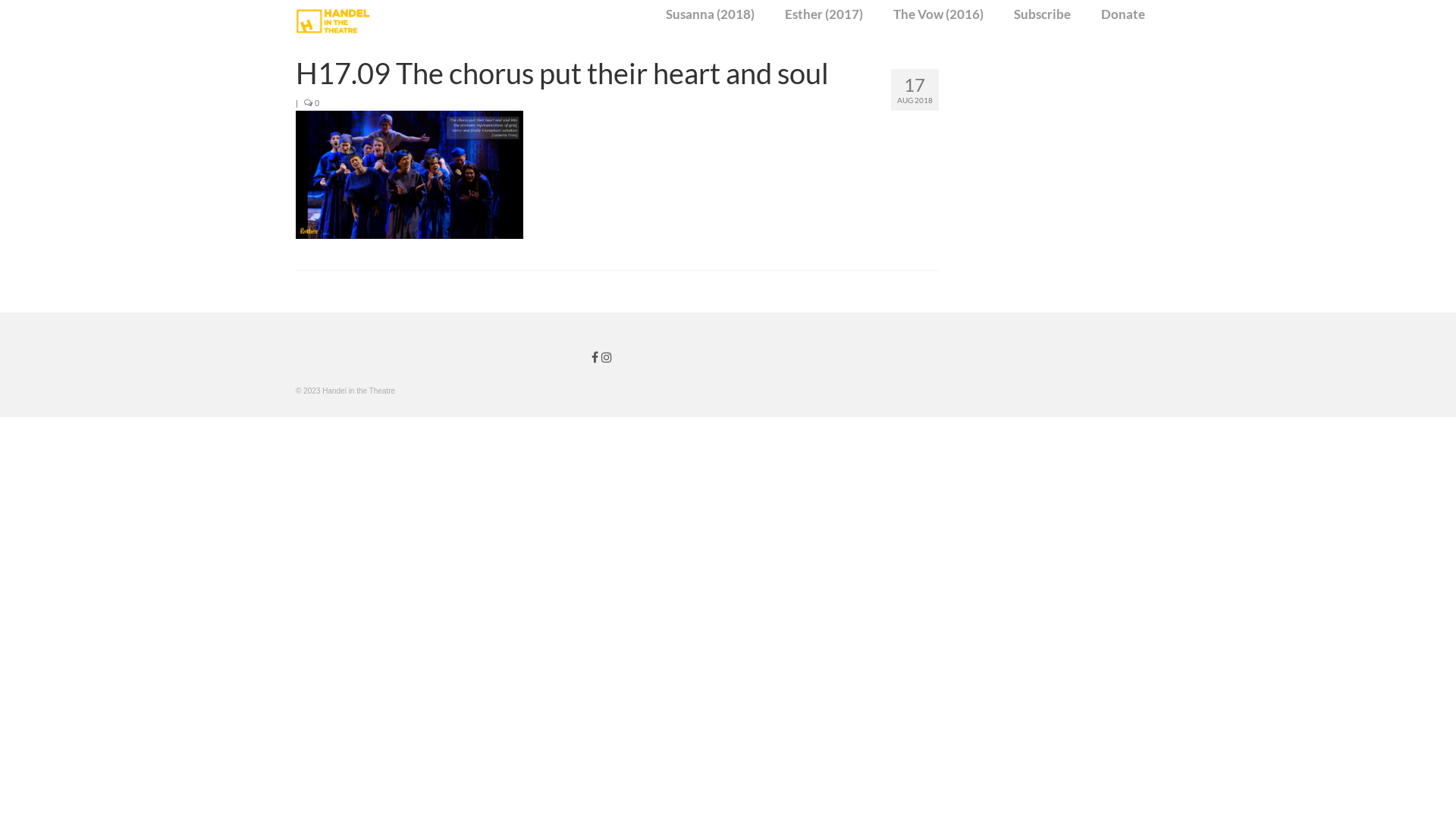  Describe the element at coordinates (607, 357) in the screenshot. I see `'Handel in the Theatre on Instagram'` at that location.